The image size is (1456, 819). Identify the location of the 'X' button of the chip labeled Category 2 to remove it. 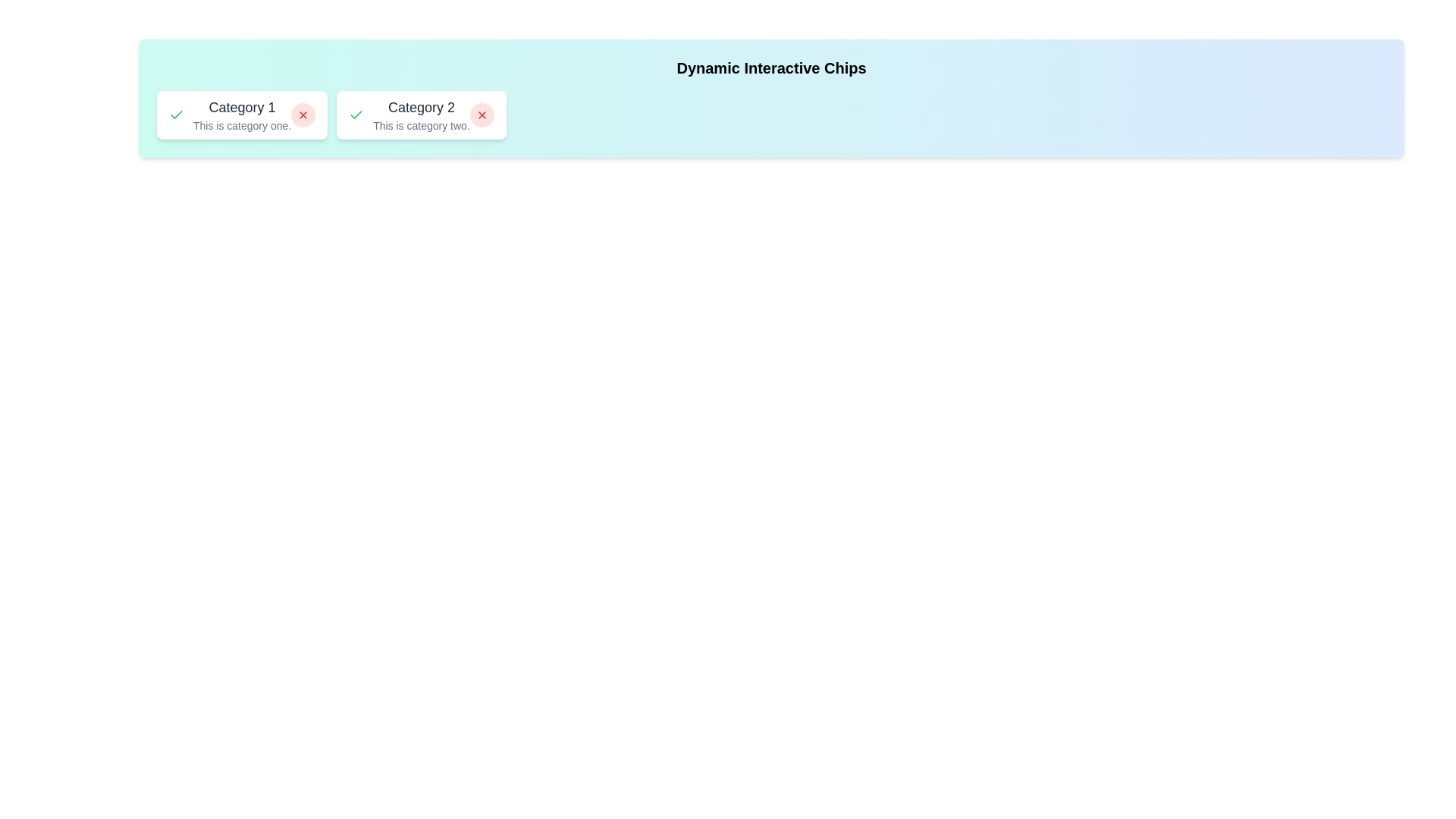
(481, 114).